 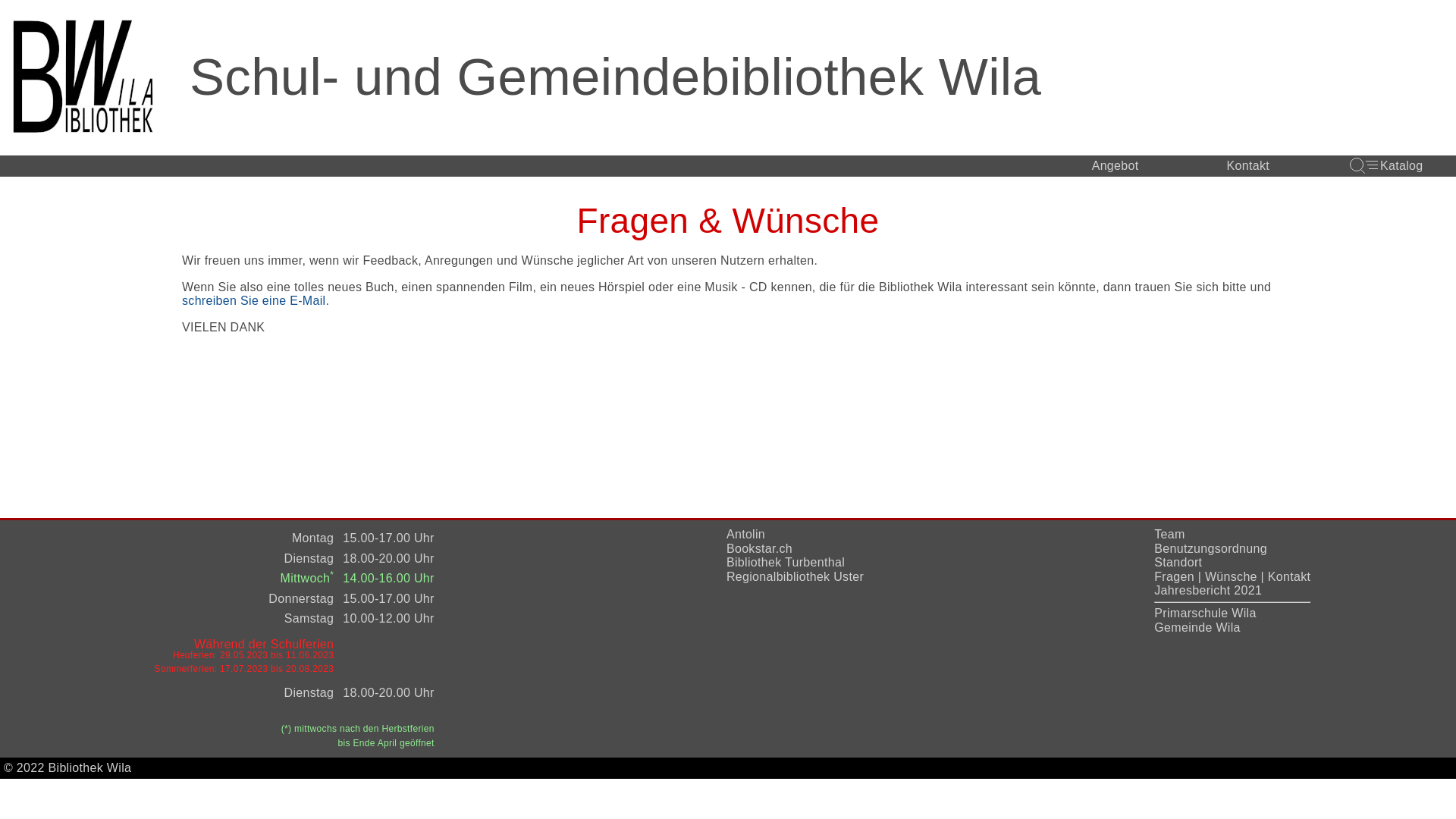 I want to click on 'Angebot', so click(x=1115, y=166).